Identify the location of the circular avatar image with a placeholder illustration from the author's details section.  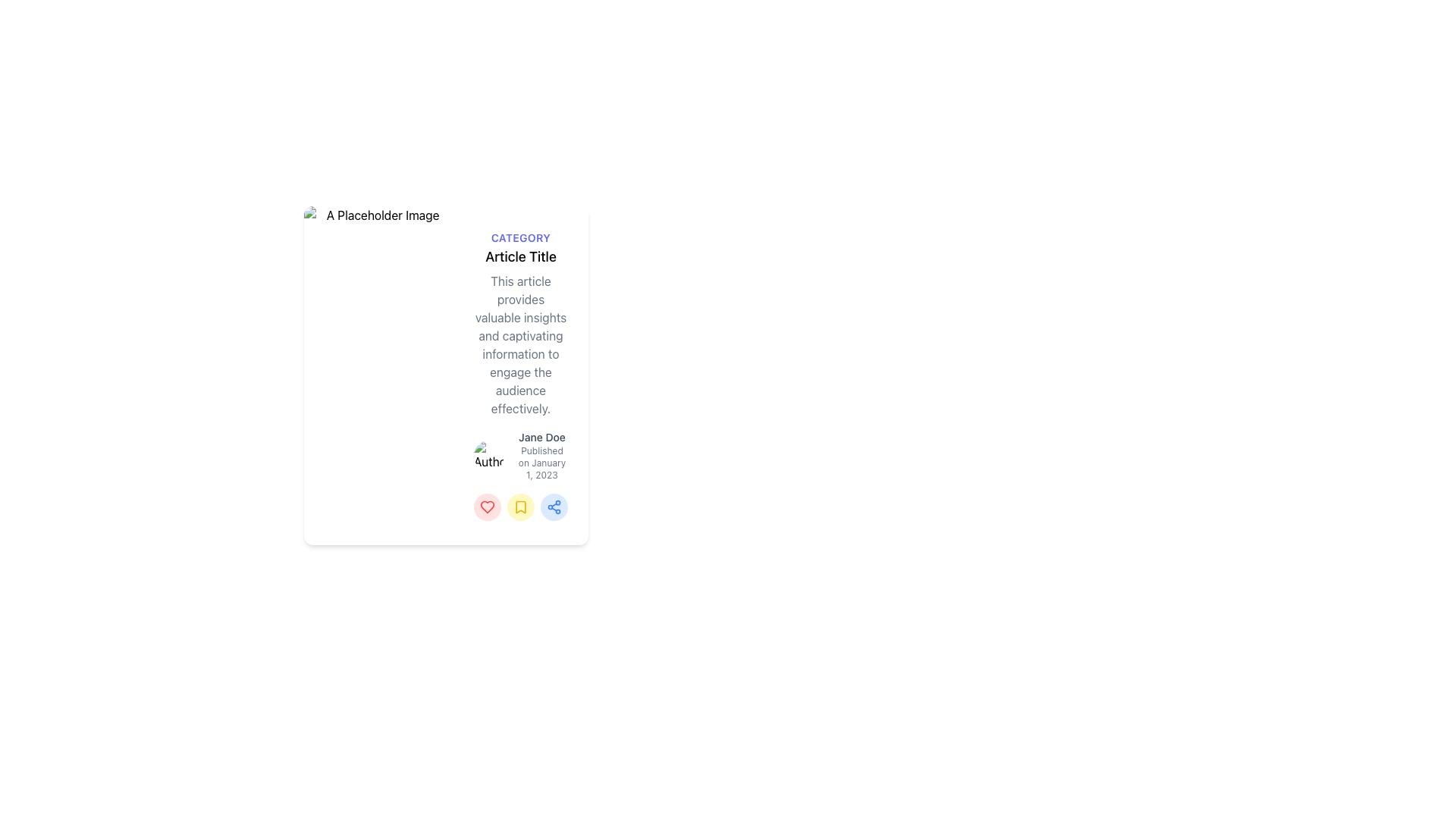
(488, 454).